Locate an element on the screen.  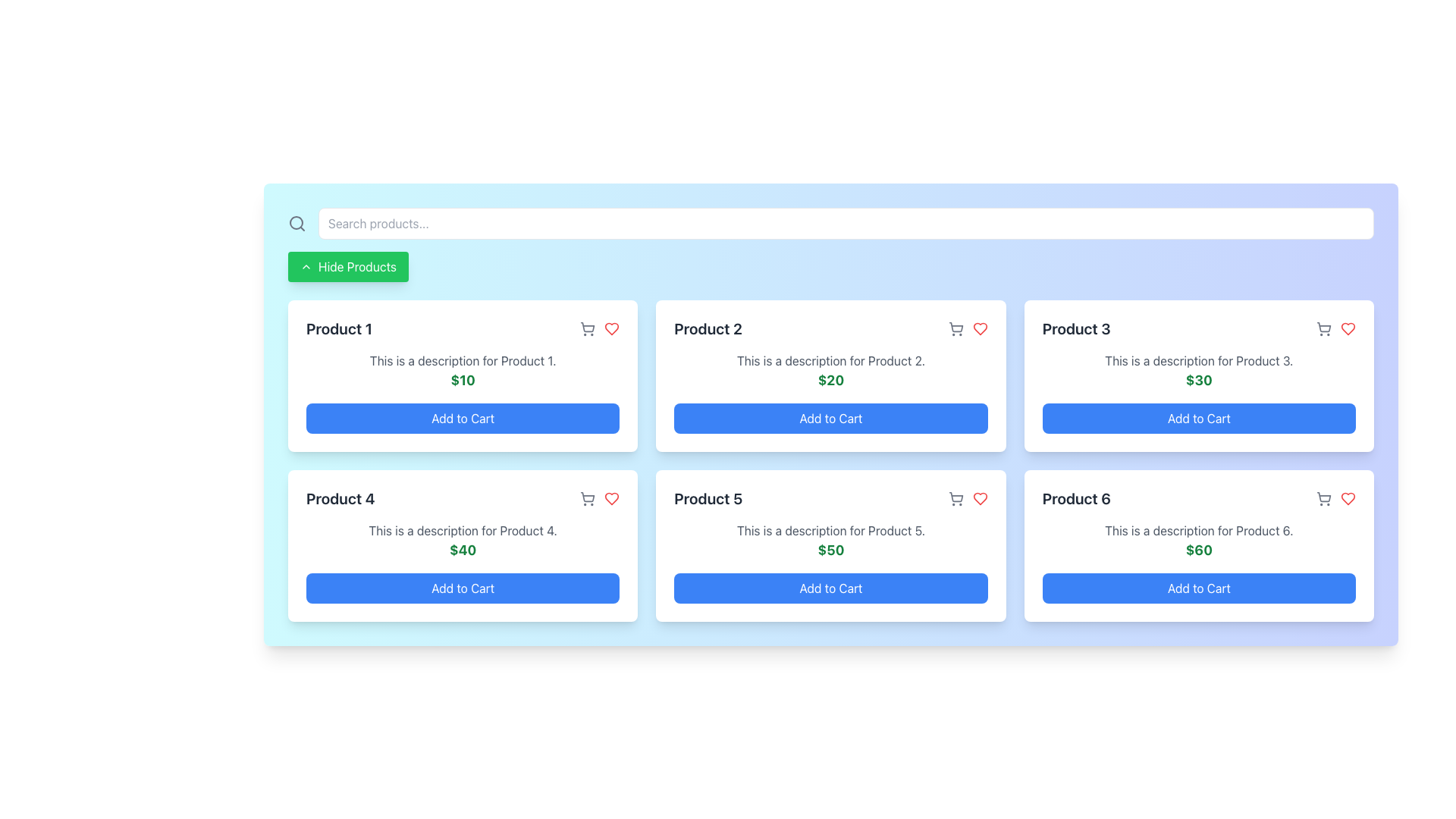
the 'Add to Cart' button located in the card of 'Product 2' is located at coordinates (830, 418).